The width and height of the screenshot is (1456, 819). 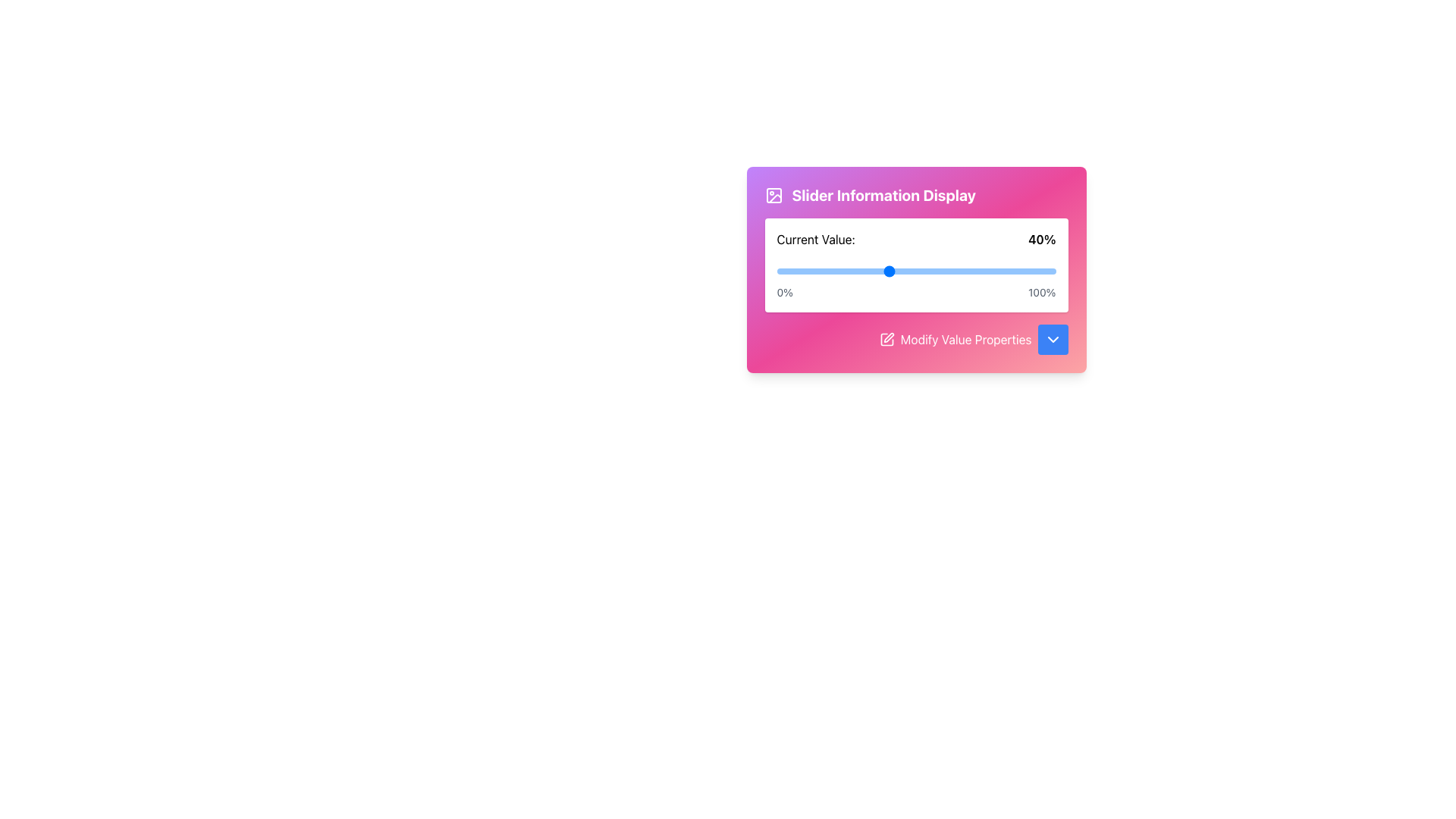 I want to click on the slider value, so click(x=1019, y=271).